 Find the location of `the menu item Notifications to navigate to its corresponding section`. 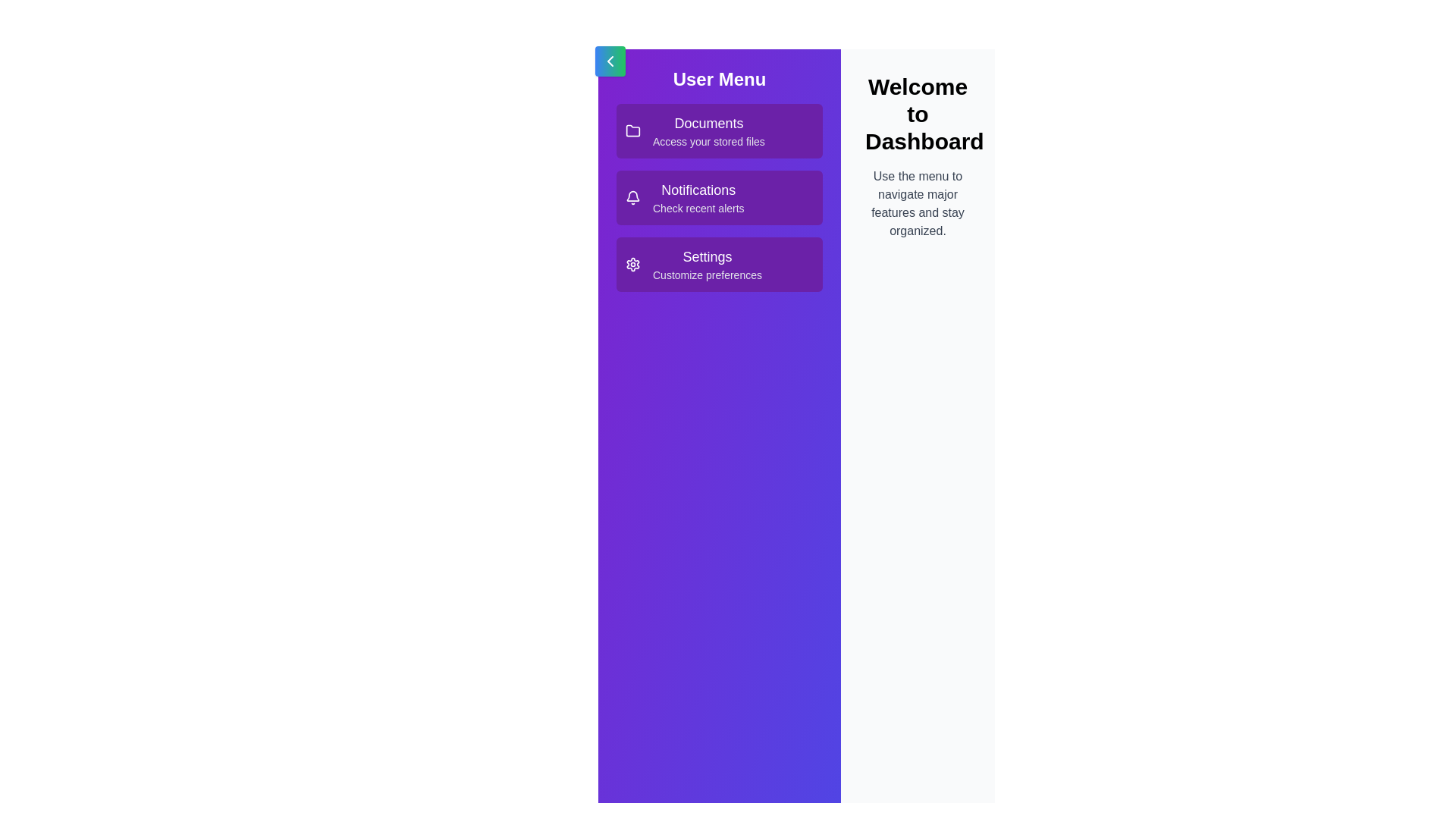

the menu item Notifications to navigate to its corresponding section is located at coordinates (719, 197).